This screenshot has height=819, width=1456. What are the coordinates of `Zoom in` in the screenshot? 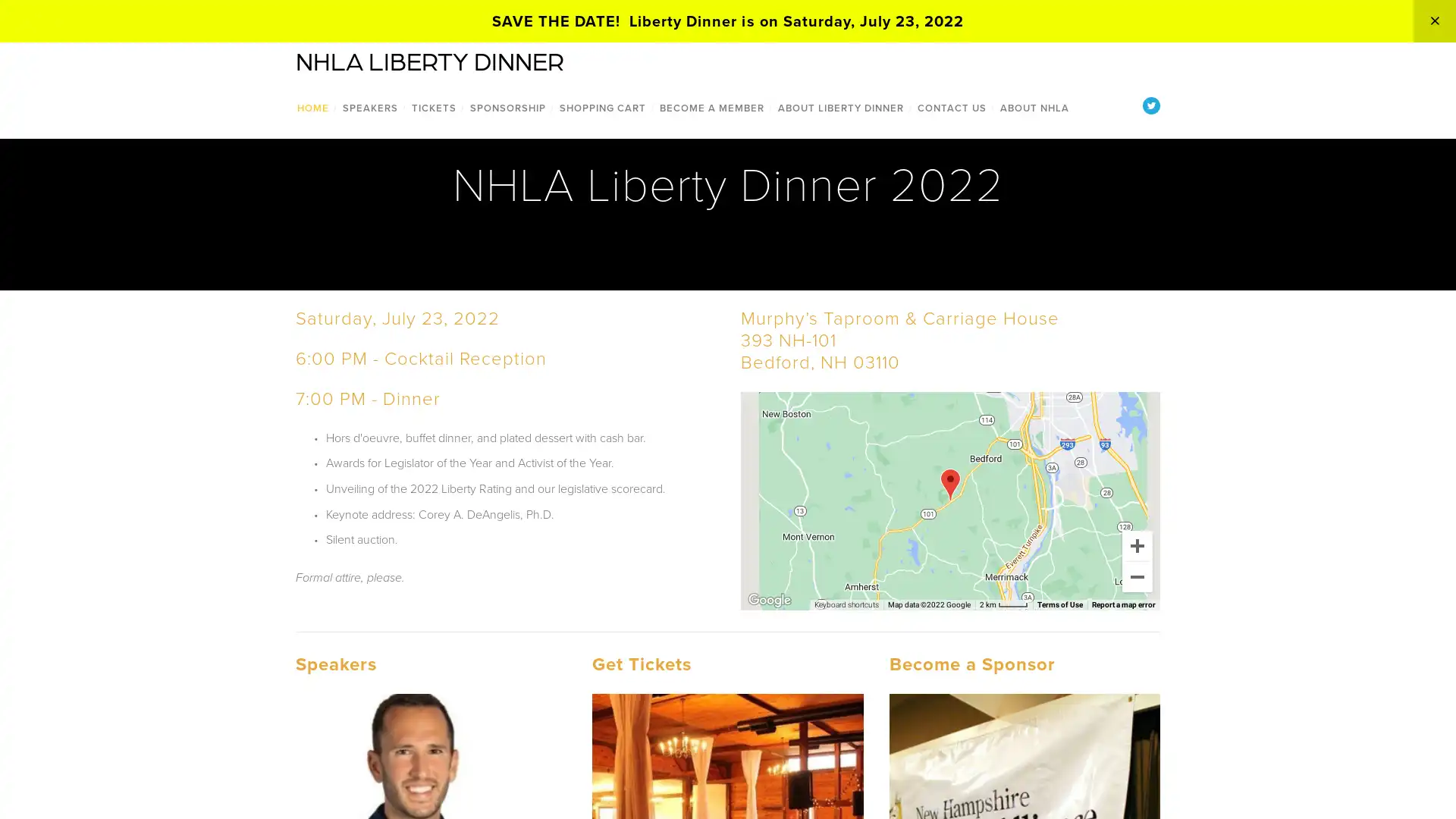 It's located at (1137, 544).